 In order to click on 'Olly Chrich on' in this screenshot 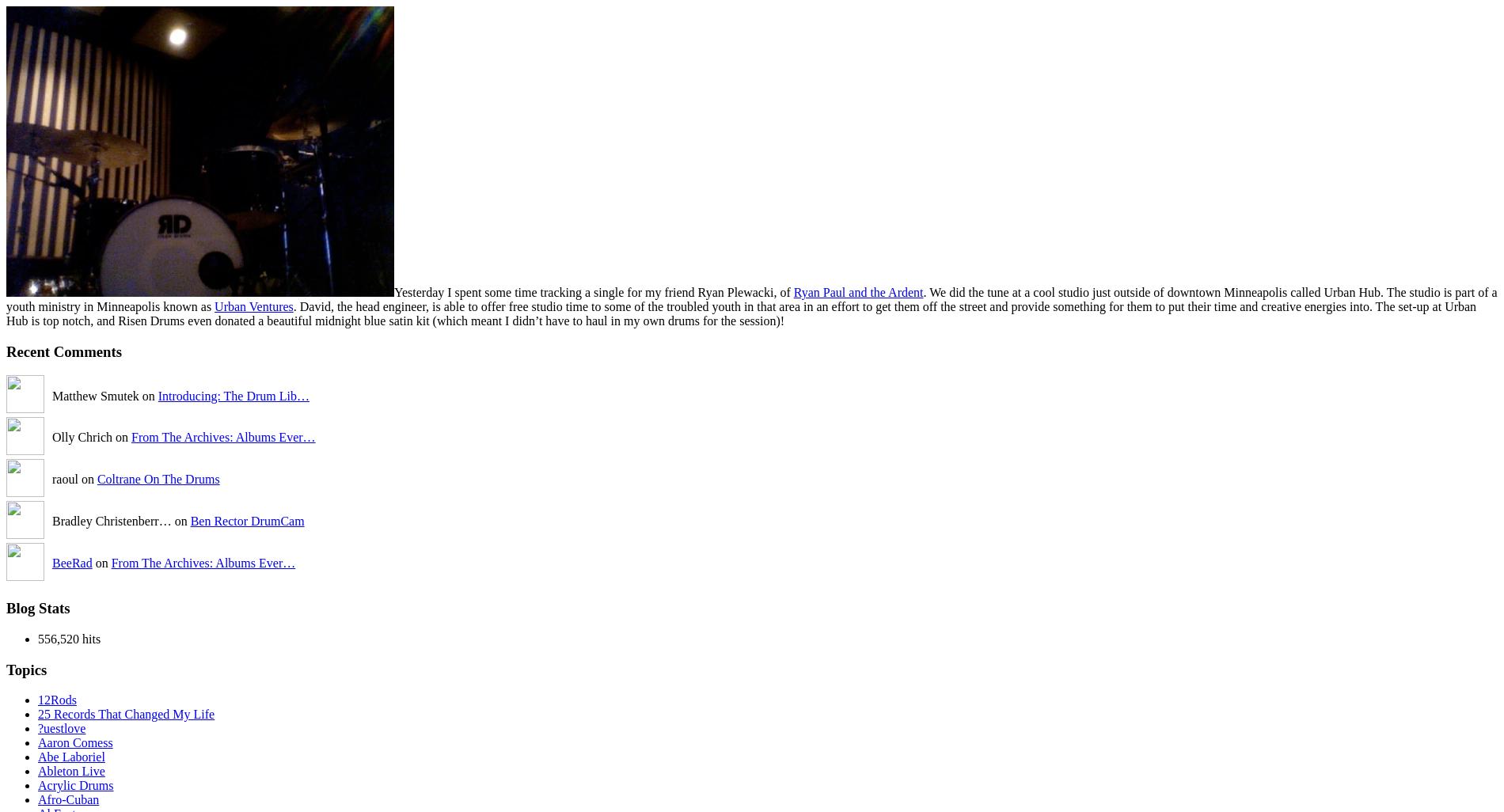, I will do `click(92, 436)`.